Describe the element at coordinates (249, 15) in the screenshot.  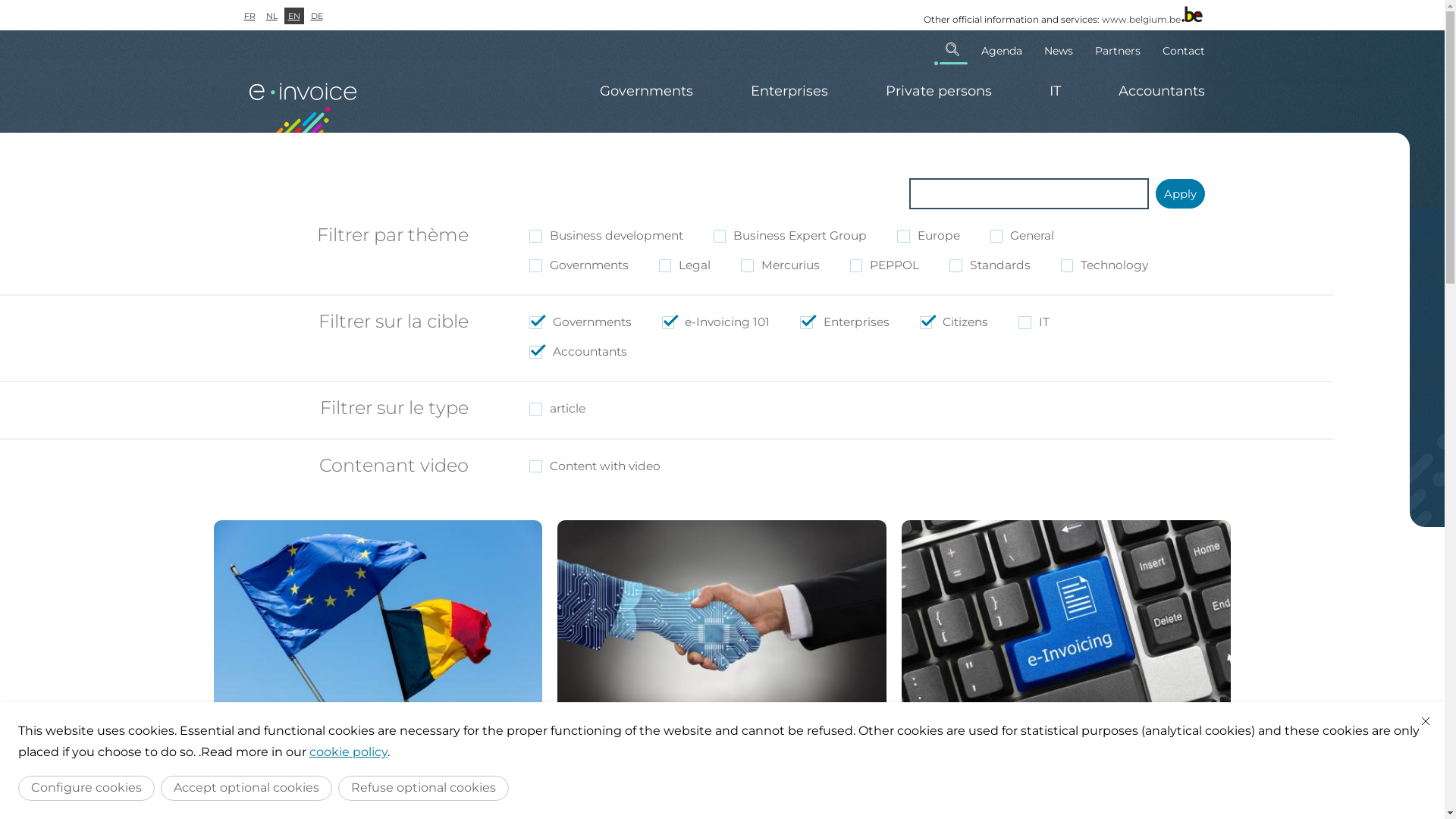
I see `'FR'` at that location.